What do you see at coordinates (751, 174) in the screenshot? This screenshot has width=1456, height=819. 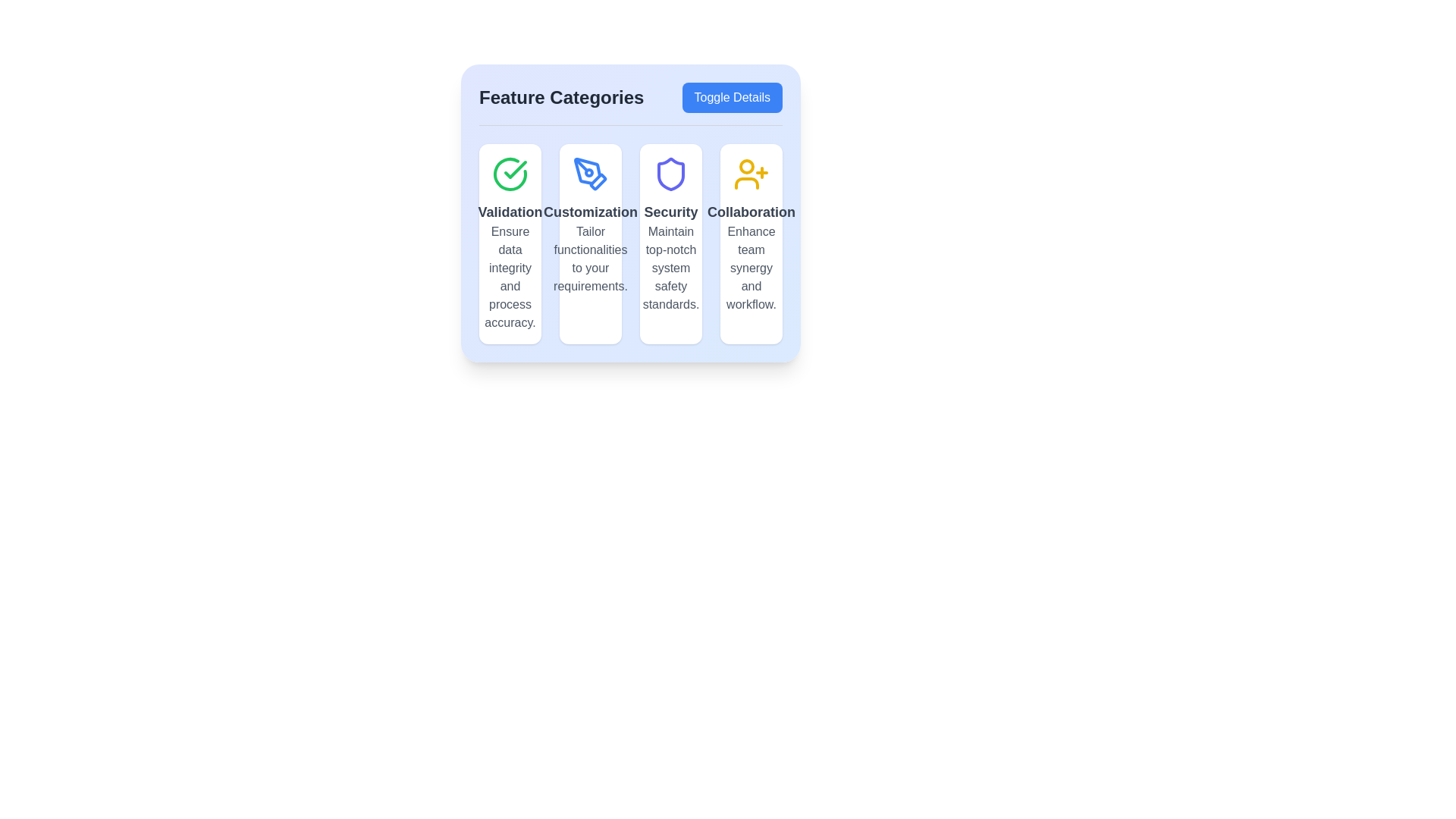 I see `the collaboration icon located in the fourth card of the 'Feature Categories' section, which is the uppermost icon beneath the 'Collaboration' heading` at bounding box center [751, 174].